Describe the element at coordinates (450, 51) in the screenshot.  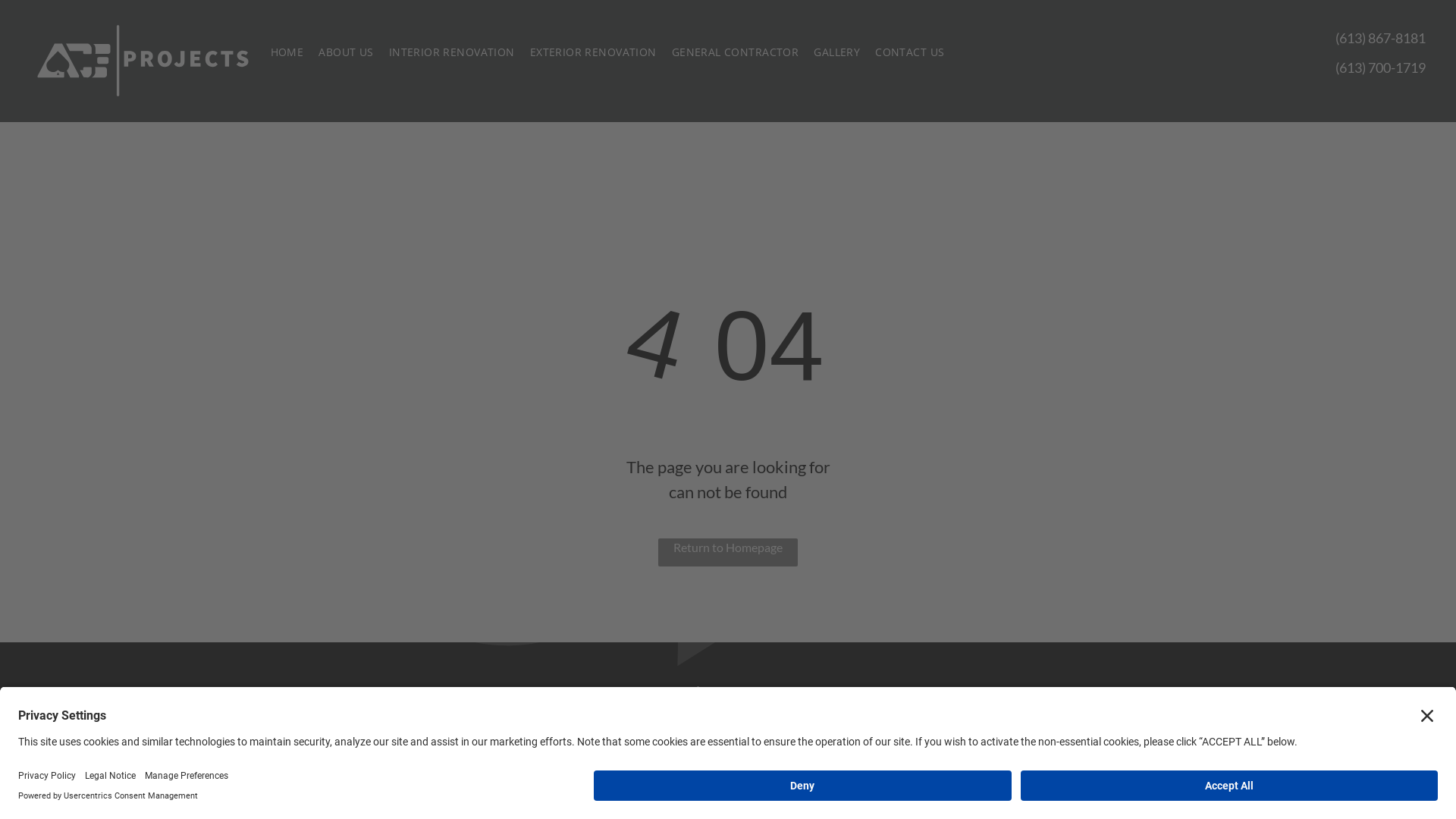
I see `'INTERIOR RENOVATION'` at that location.